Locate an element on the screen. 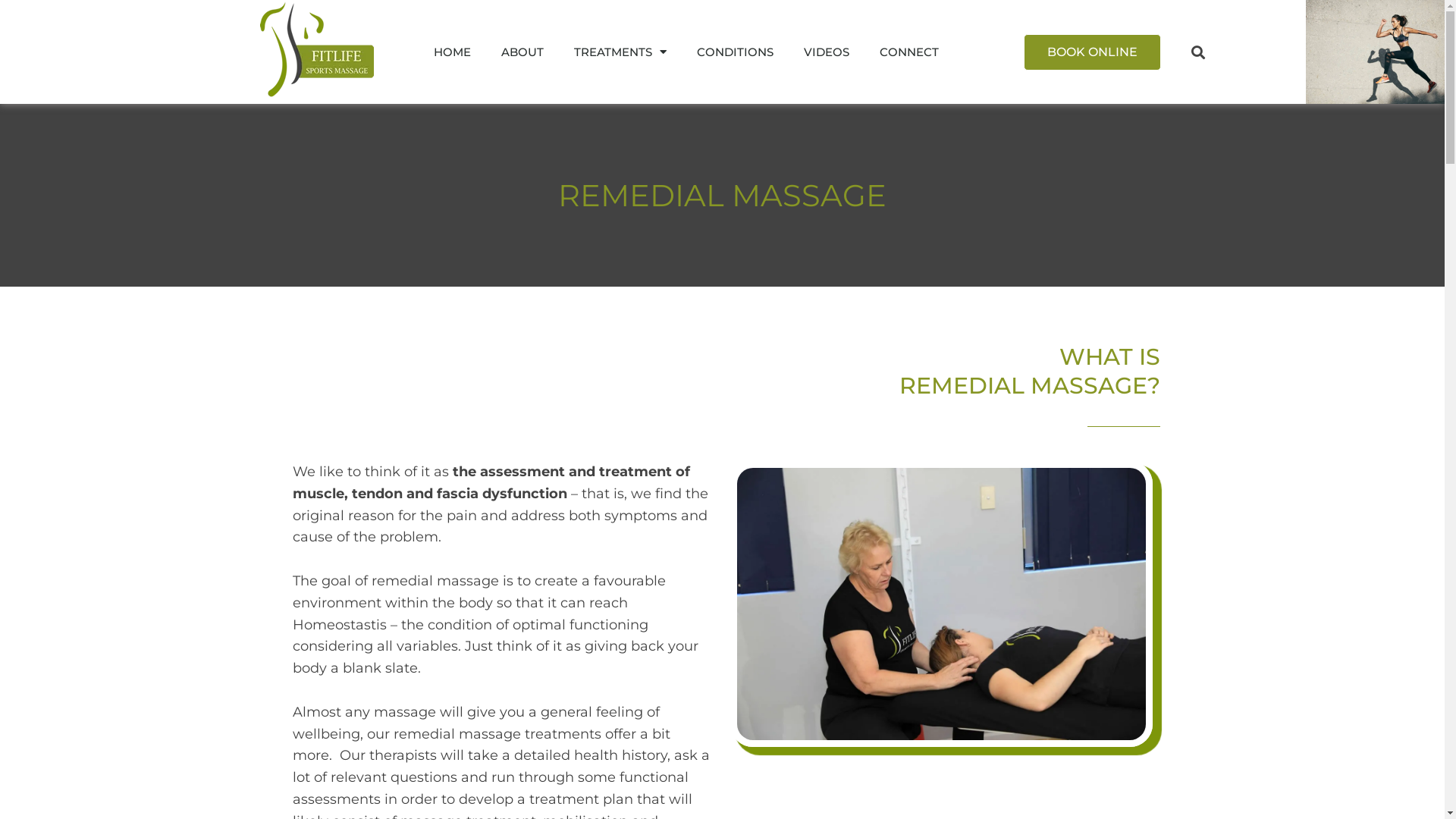  'VIDEOS' is located at coordinates (825, 51).